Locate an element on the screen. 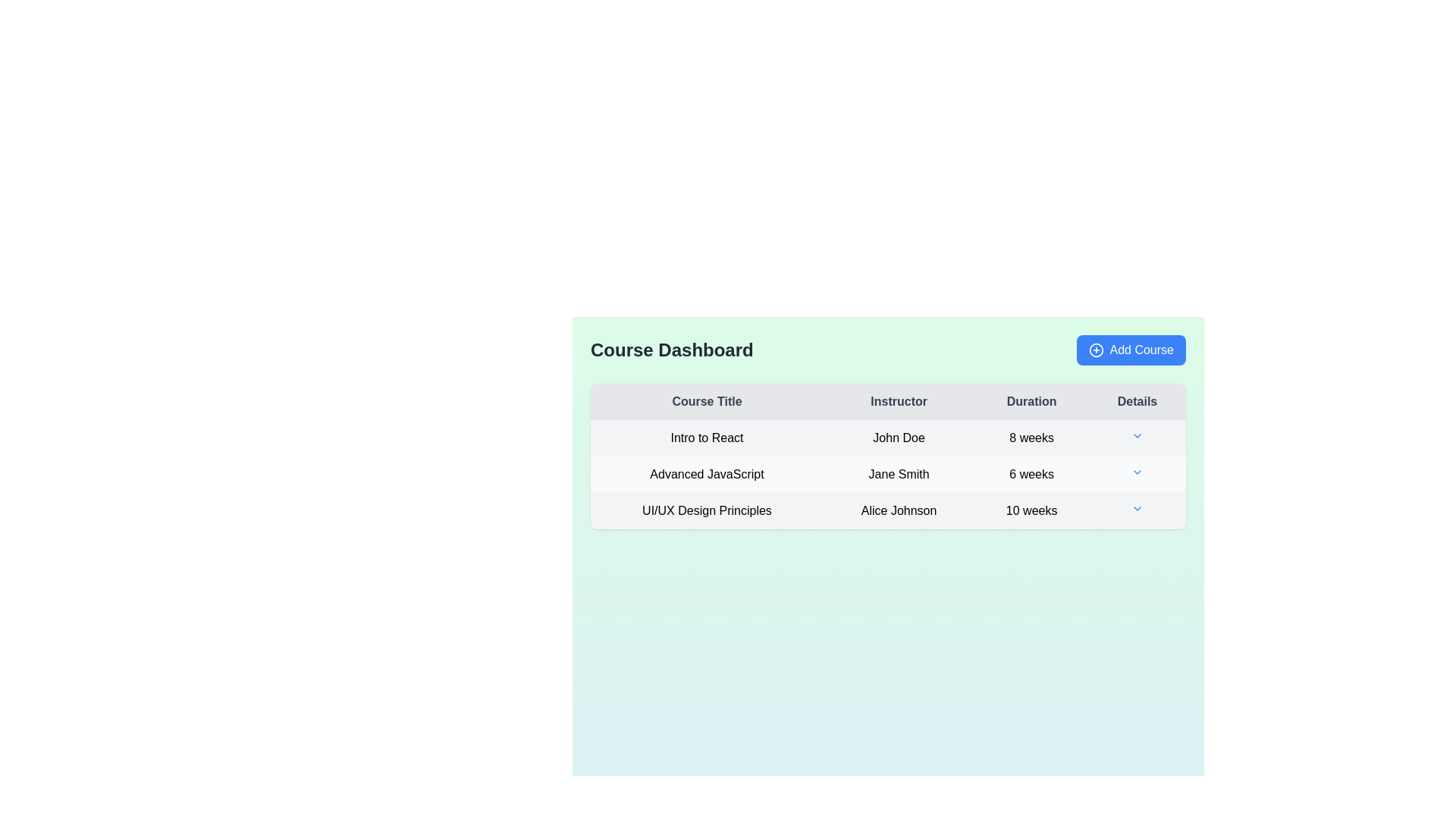 Image resolution: width=1456 pixels, height=819 pixels. keyboard navigation is located at coordinates (1131, 350).